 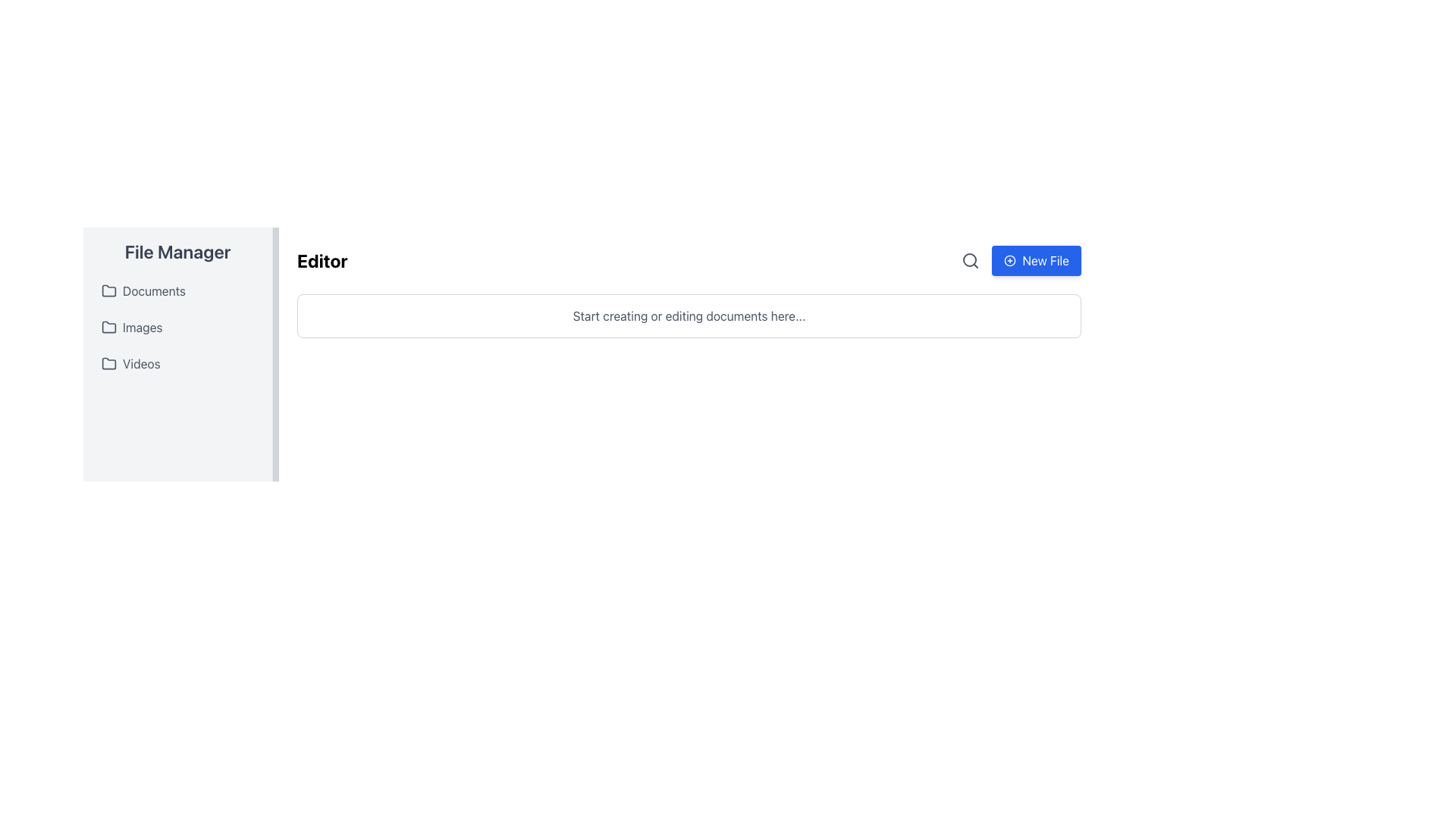 What do you see at coordinates (108, 362) in the screenshot?
I see `the folder icon located to the left of the 'Videos' label in the file manager interface` at bounding box center [108, 362].